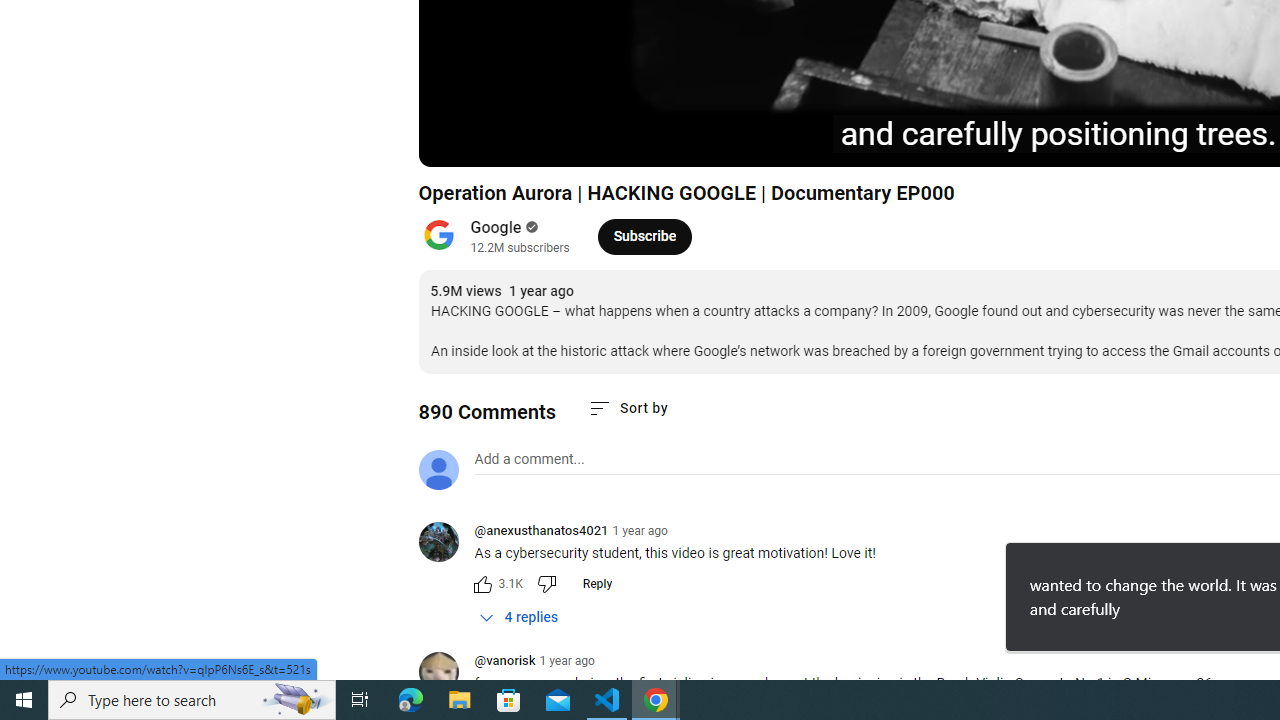  Describe the element at coordinates (519, 616) in the screenshot. I see `'4 replies'` at that location.